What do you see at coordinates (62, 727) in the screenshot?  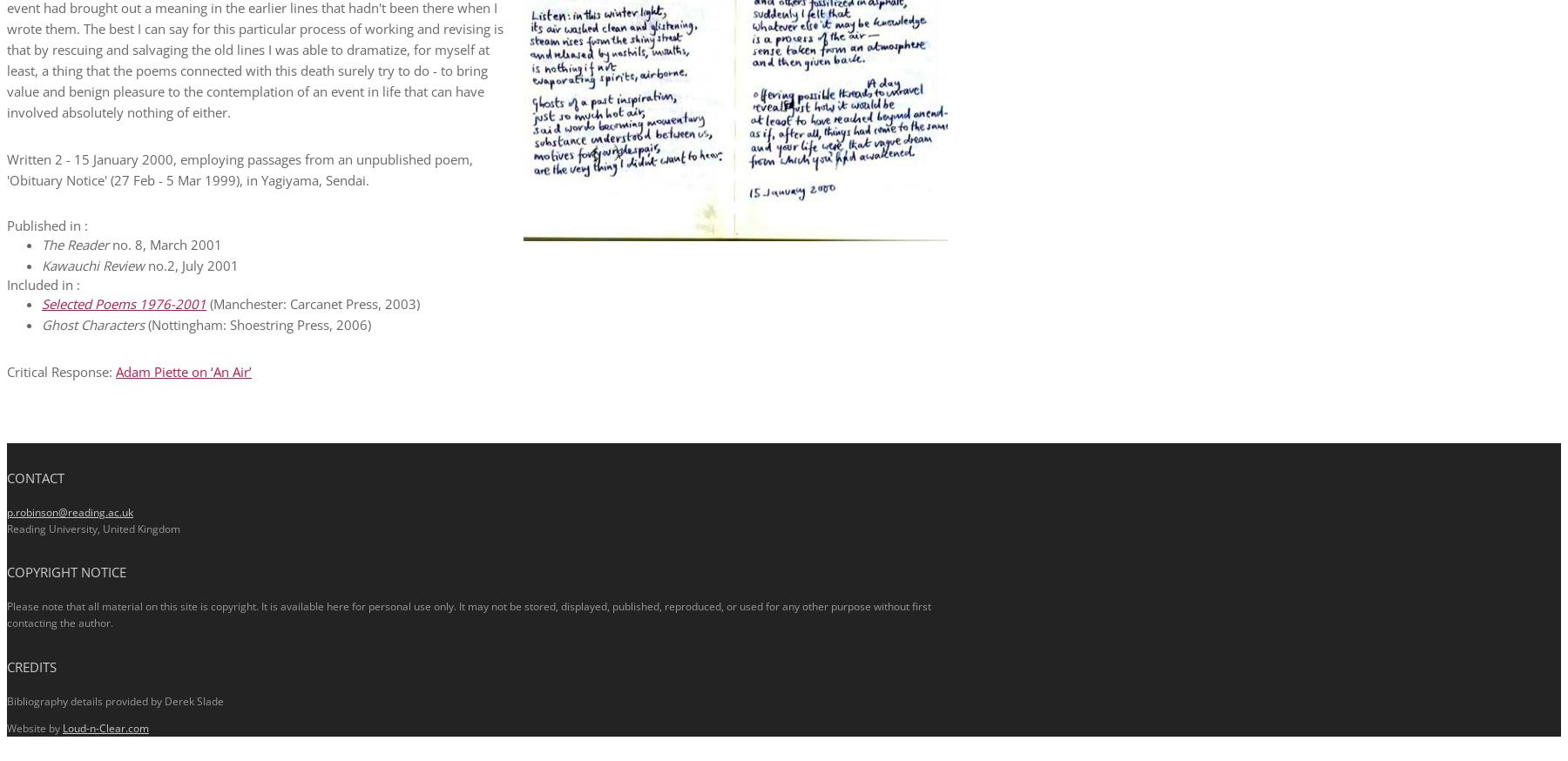 I see `'Loud-n-Clear.com'` at bounding box center [62, 727].